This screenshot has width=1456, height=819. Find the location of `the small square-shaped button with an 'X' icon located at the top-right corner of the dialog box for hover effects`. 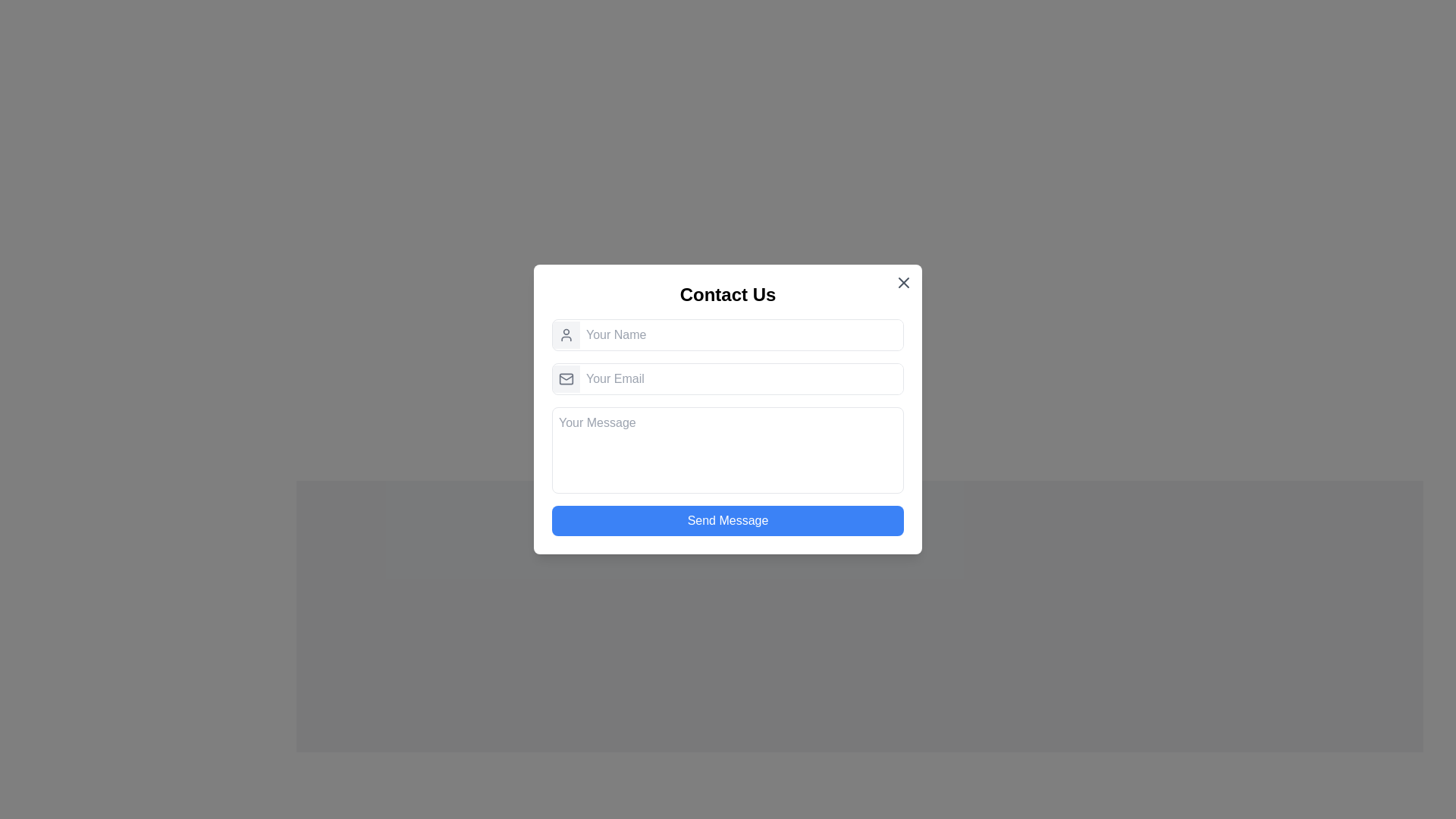

the small square-shaped button with an 'X' icon located at the top-right corner of the dialog box for hover effects is located at coordinates (903, 283).